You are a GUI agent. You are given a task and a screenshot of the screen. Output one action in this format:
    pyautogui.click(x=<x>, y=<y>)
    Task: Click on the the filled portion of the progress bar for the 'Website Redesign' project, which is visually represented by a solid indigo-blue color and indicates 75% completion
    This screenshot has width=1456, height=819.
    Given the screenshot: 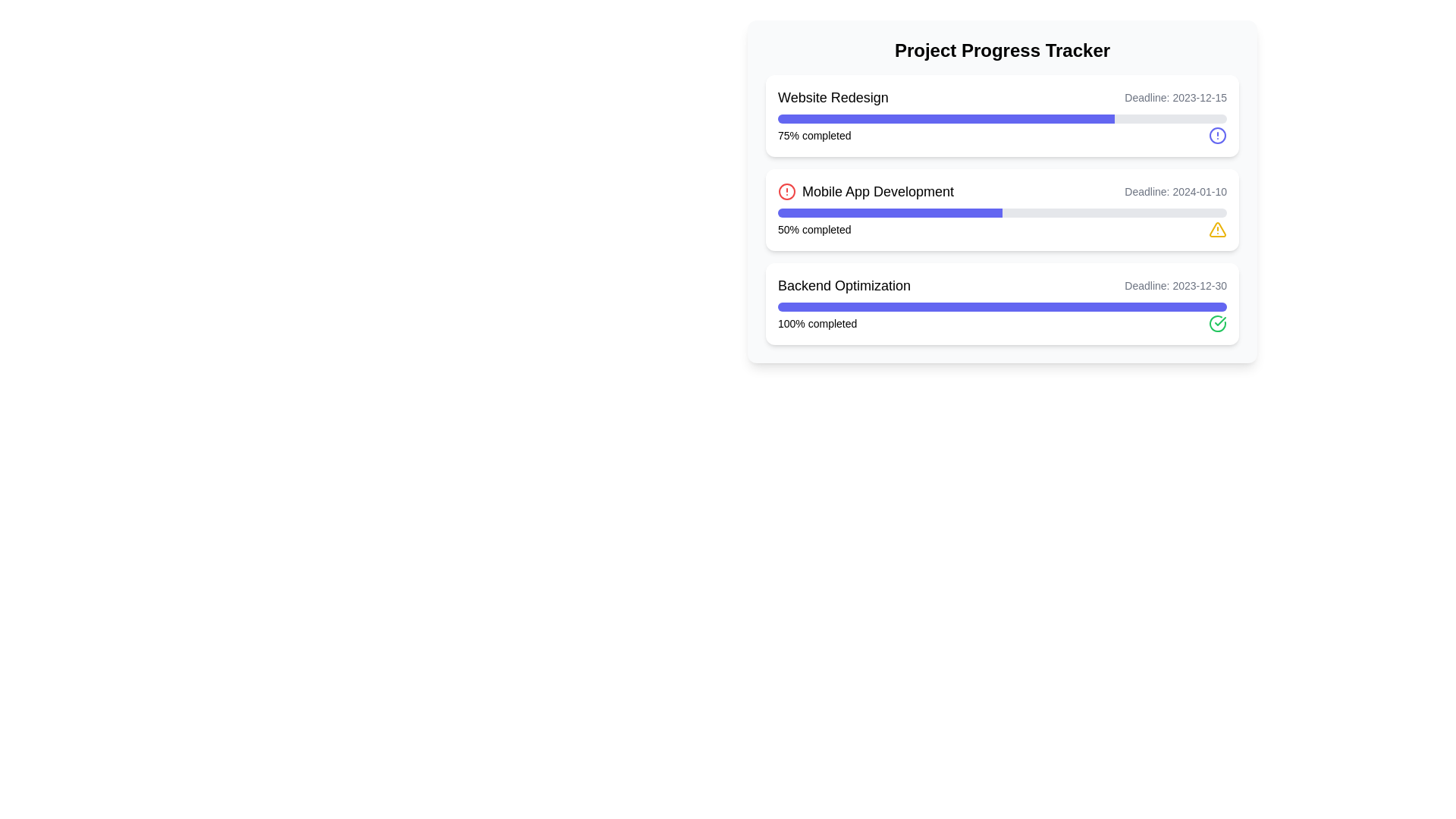 What is the action you would take?
    pyautogui.click(x=946, y=118)
    